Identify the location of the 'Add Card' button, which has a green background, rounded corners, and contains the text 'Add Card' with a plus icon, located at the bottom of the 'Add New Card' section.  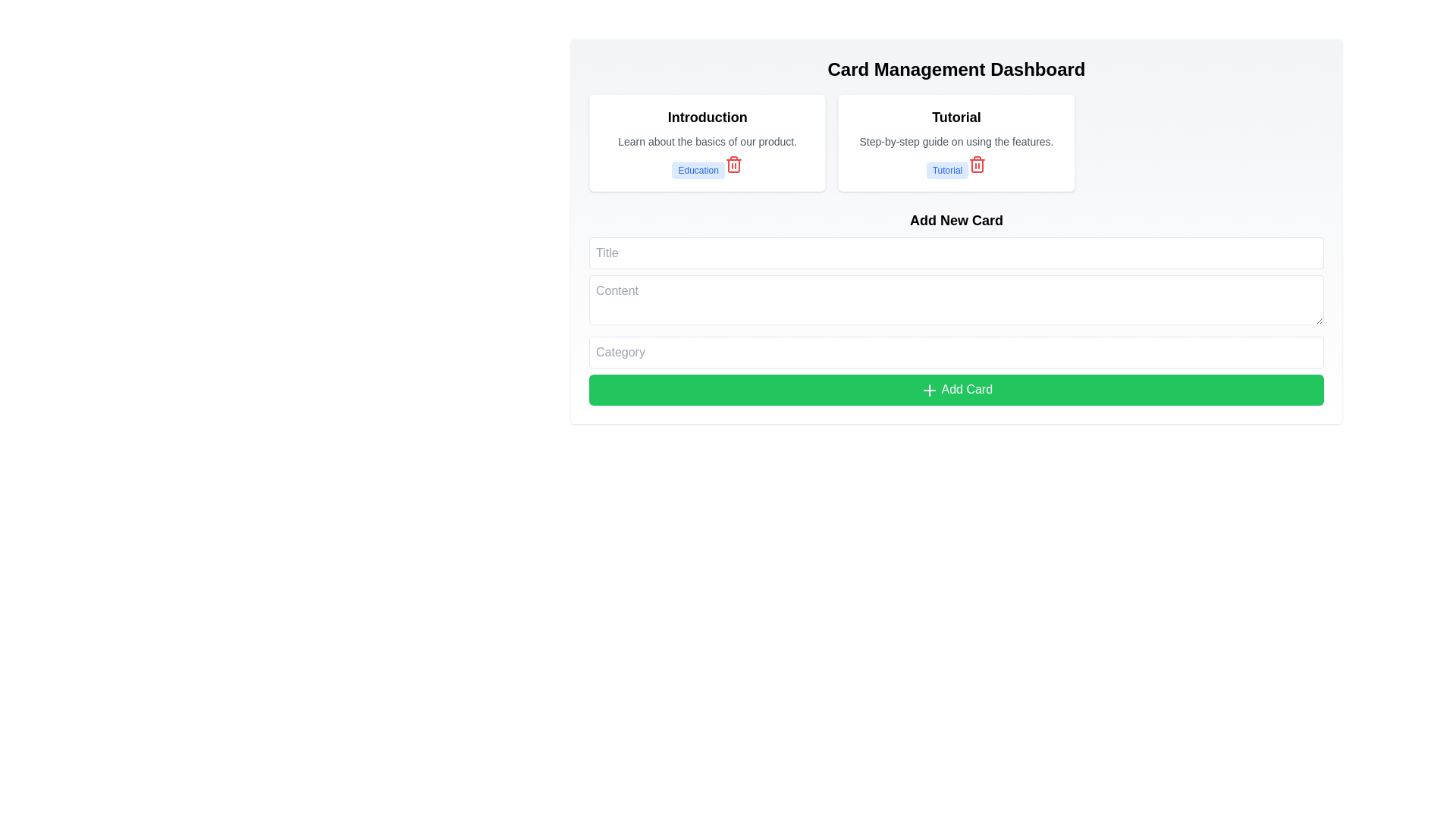
(955, 389).